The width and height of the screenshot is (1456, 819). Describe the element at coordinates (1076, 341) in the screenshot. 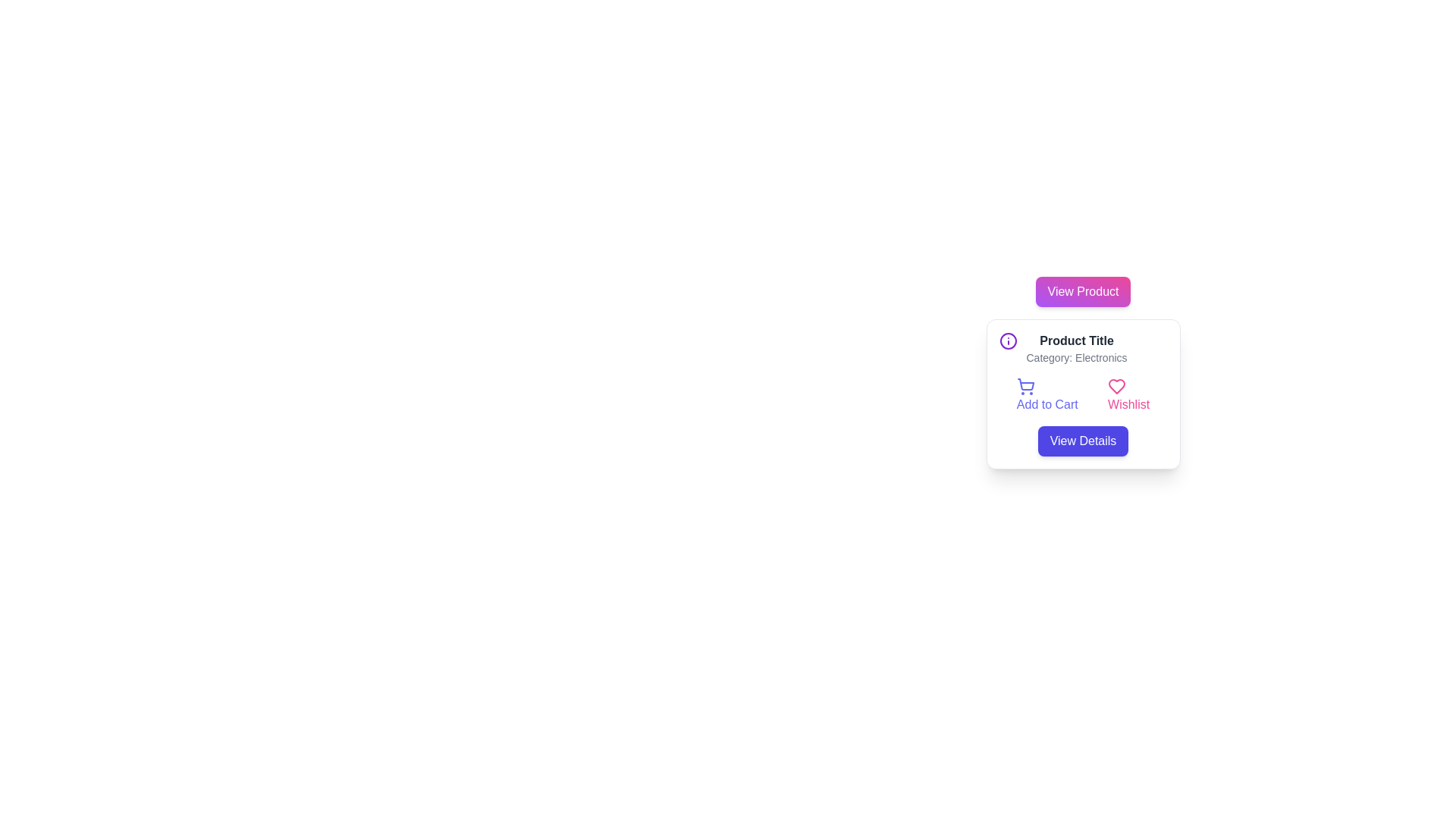

I see `the bold text label reading 'Product Title' which is prominently positioned at the top of the informational card below 'View Product' and above 'Category: Electronics'` at that location.